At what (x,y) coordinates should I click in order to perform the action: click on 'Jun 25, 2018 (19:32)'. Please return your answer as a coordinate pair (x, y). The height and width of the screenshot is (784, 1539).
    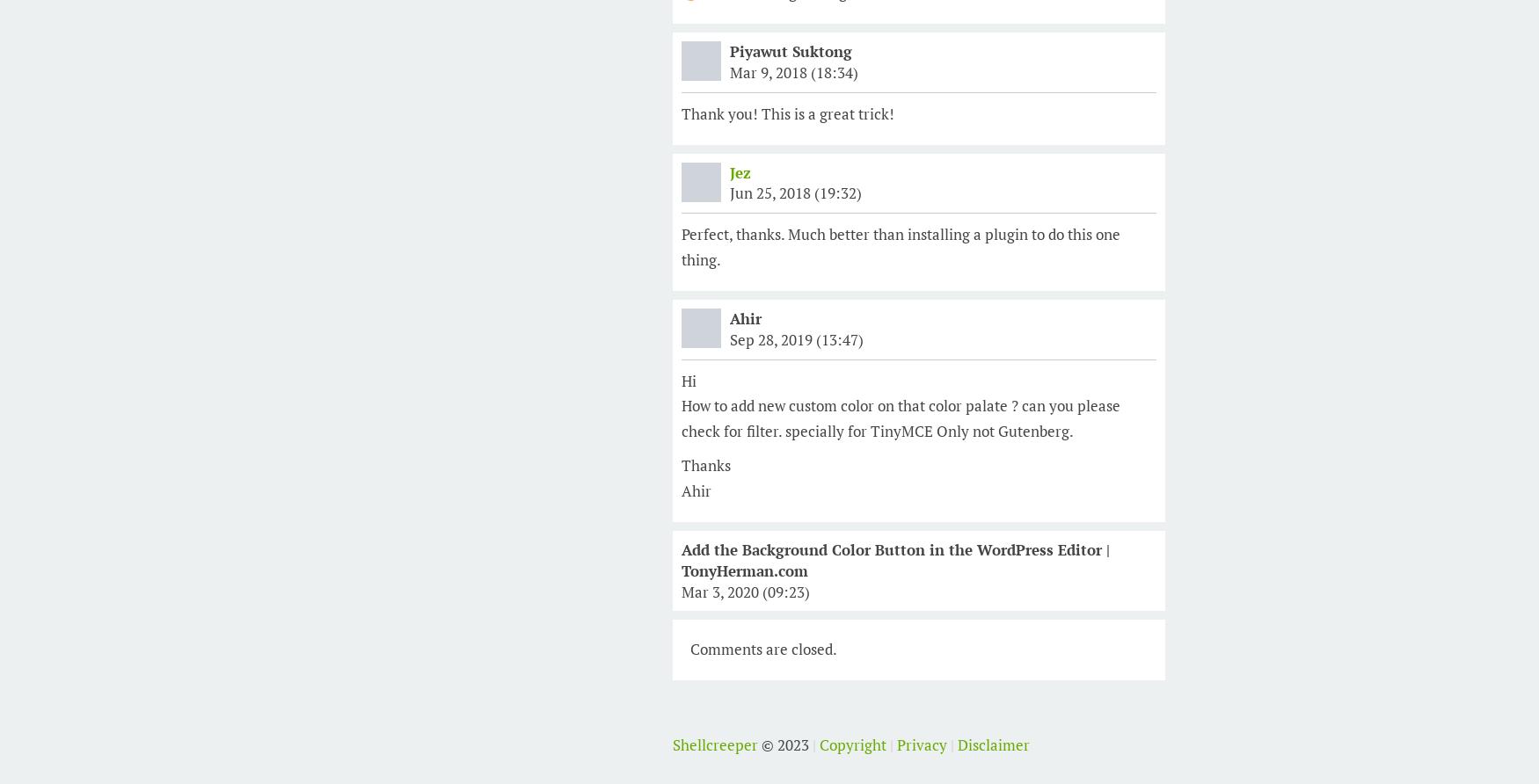
    Looking at the image, I should click on (730, 192).